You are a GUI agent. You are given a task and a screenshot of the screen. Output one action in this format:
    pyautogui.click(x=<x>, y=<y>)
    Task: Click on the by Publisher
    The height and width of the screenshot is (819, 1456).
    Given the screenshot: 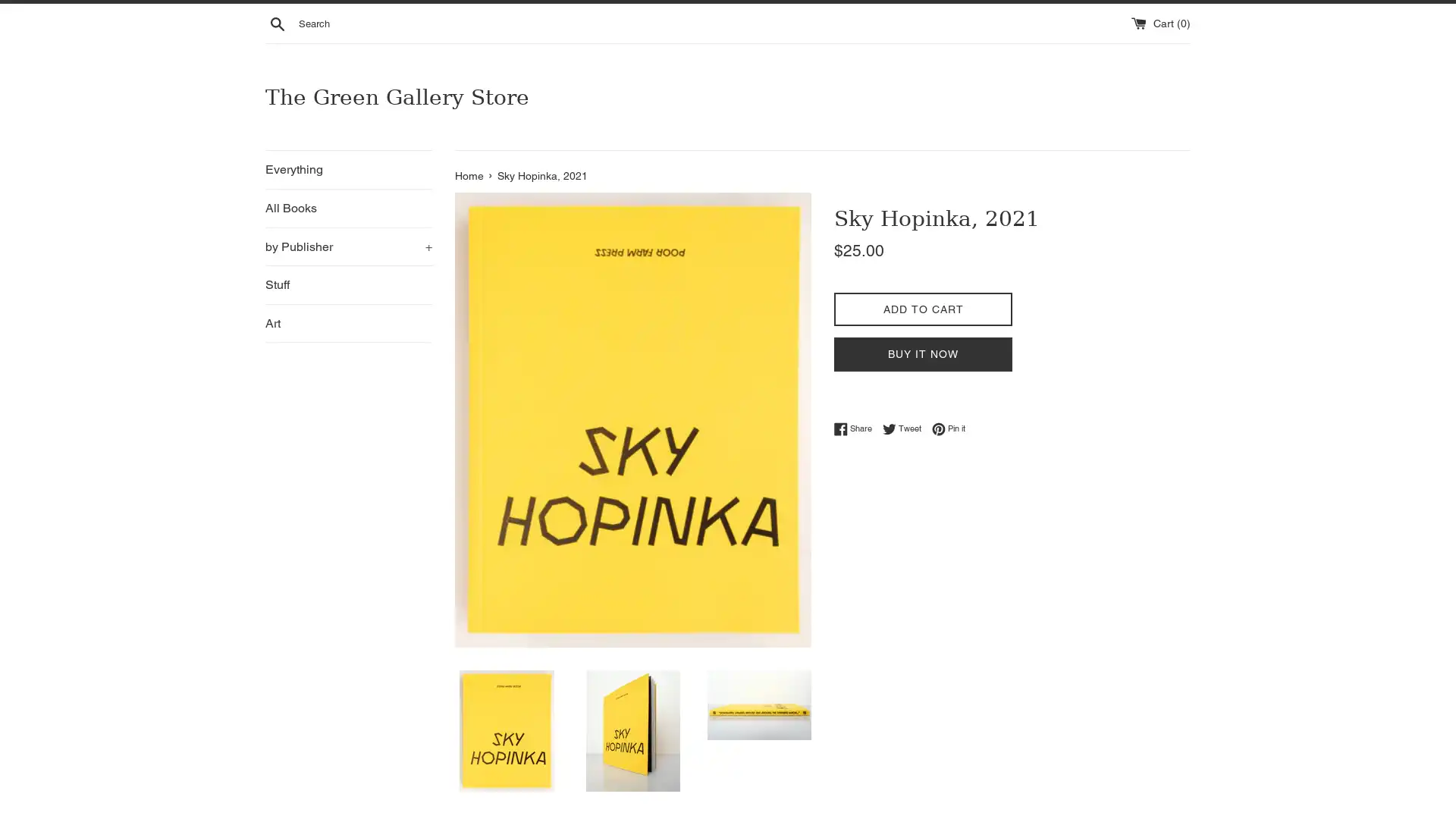 What is the action you would take?
    pyautogui.click(x=348, y=245)
    